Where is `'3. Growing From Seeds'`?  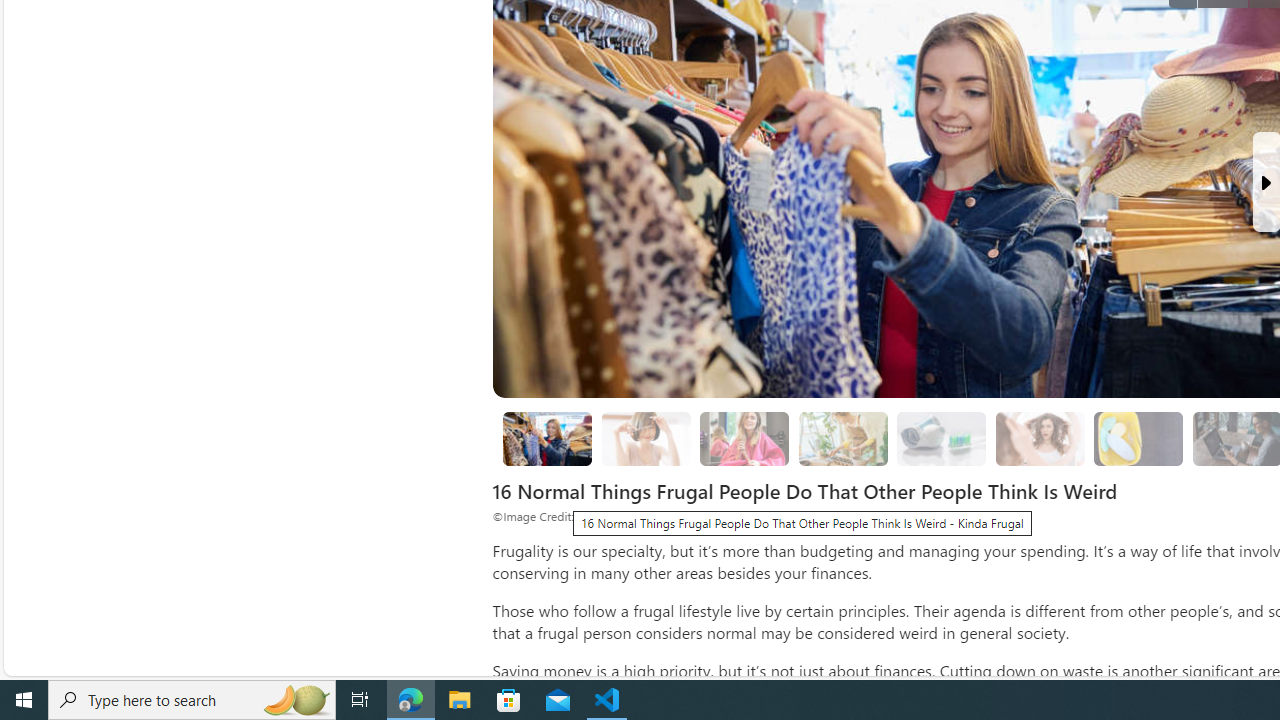
'3. Growing From Seeds' is located at coordinates (842, 437).